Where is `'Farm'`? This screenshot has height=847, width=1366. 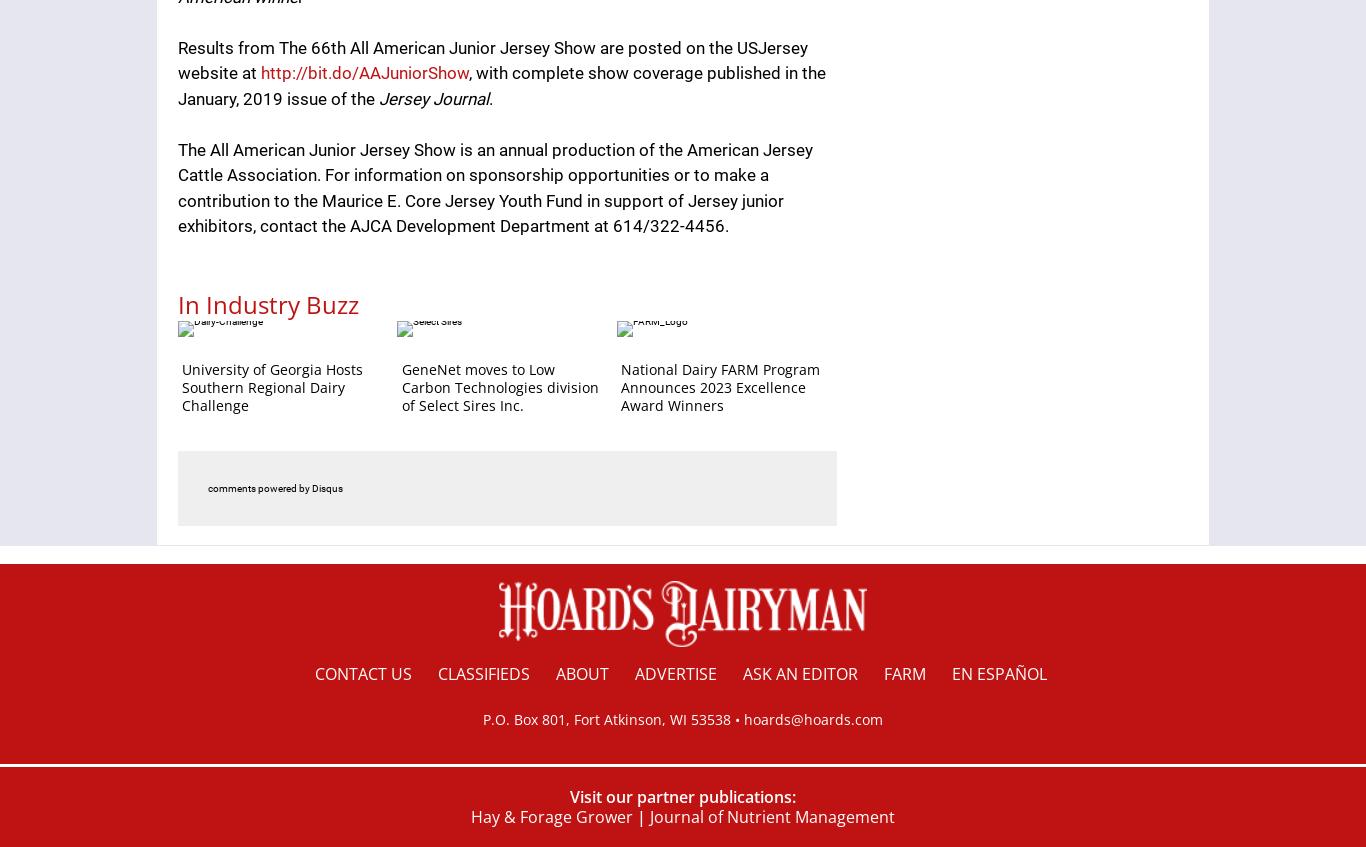 'Farm' is located at coordinates (903, 673).